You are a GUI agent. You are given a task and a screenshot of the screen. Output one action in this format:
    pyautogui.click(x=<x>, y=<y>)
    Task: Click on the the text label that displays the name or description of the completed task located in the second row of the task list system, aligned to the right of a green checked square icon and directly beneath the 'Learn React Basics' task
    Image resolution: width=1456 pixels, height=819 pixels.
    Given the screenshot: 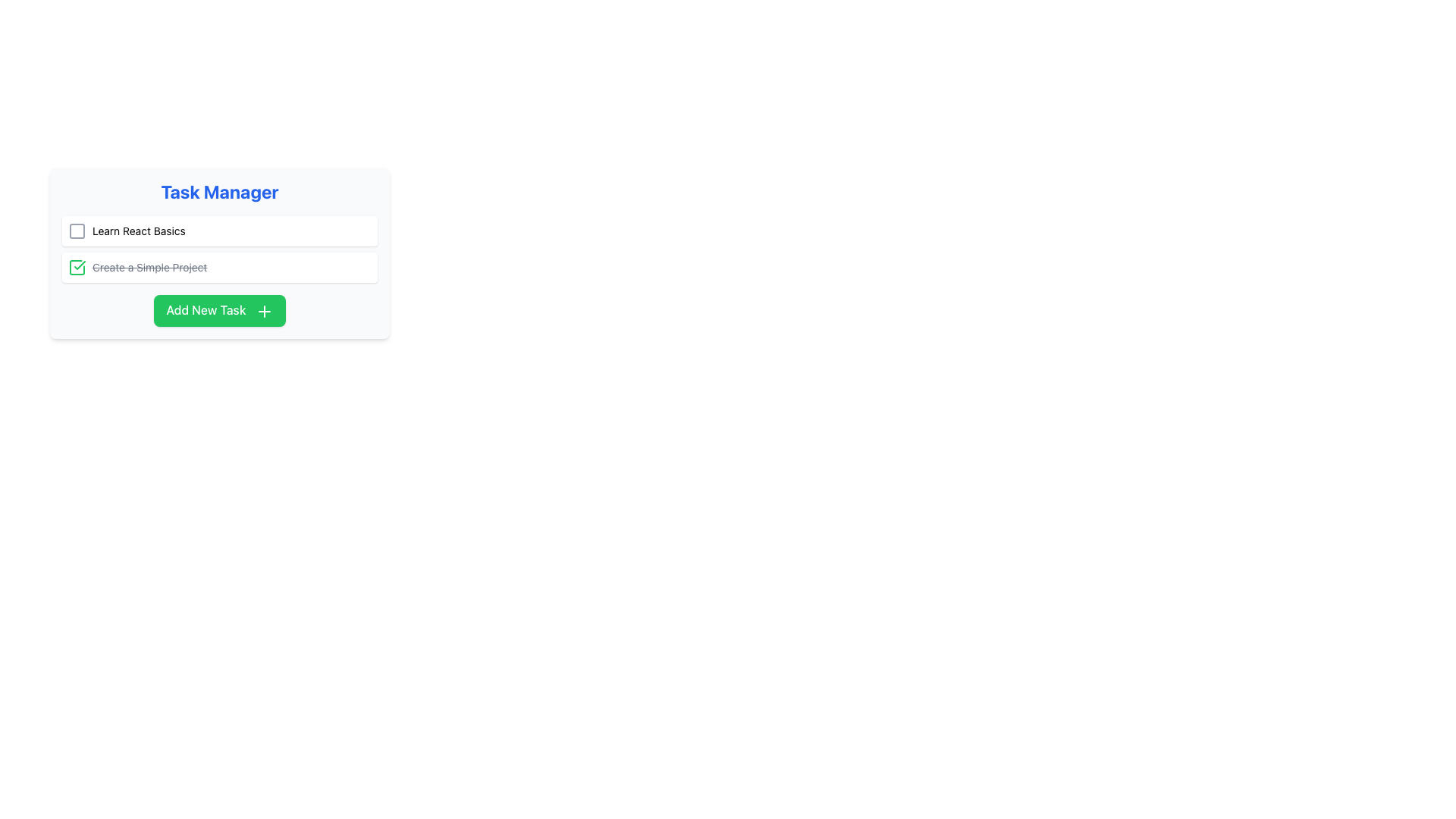 What is the action you would take?
    pyautogui.click(x=149, y=267)
    